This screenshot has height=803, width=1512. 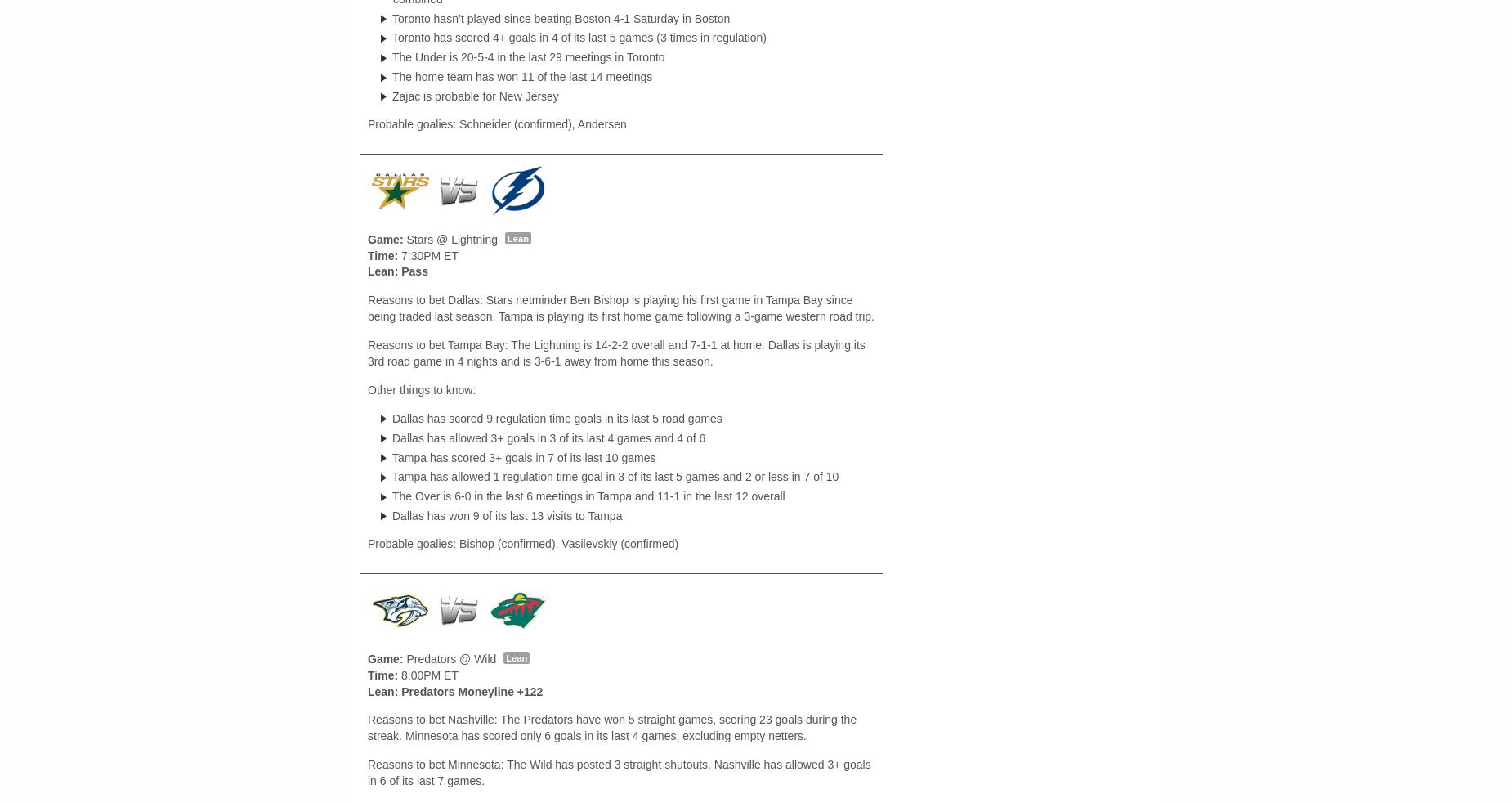 I want to click on 'Reasons to bet Minnesota: The Wild has posted 3 straight shutouts. Nashville has allowed 3+ goals in 6 of its last 7 games.', so click(x=619, y=772).